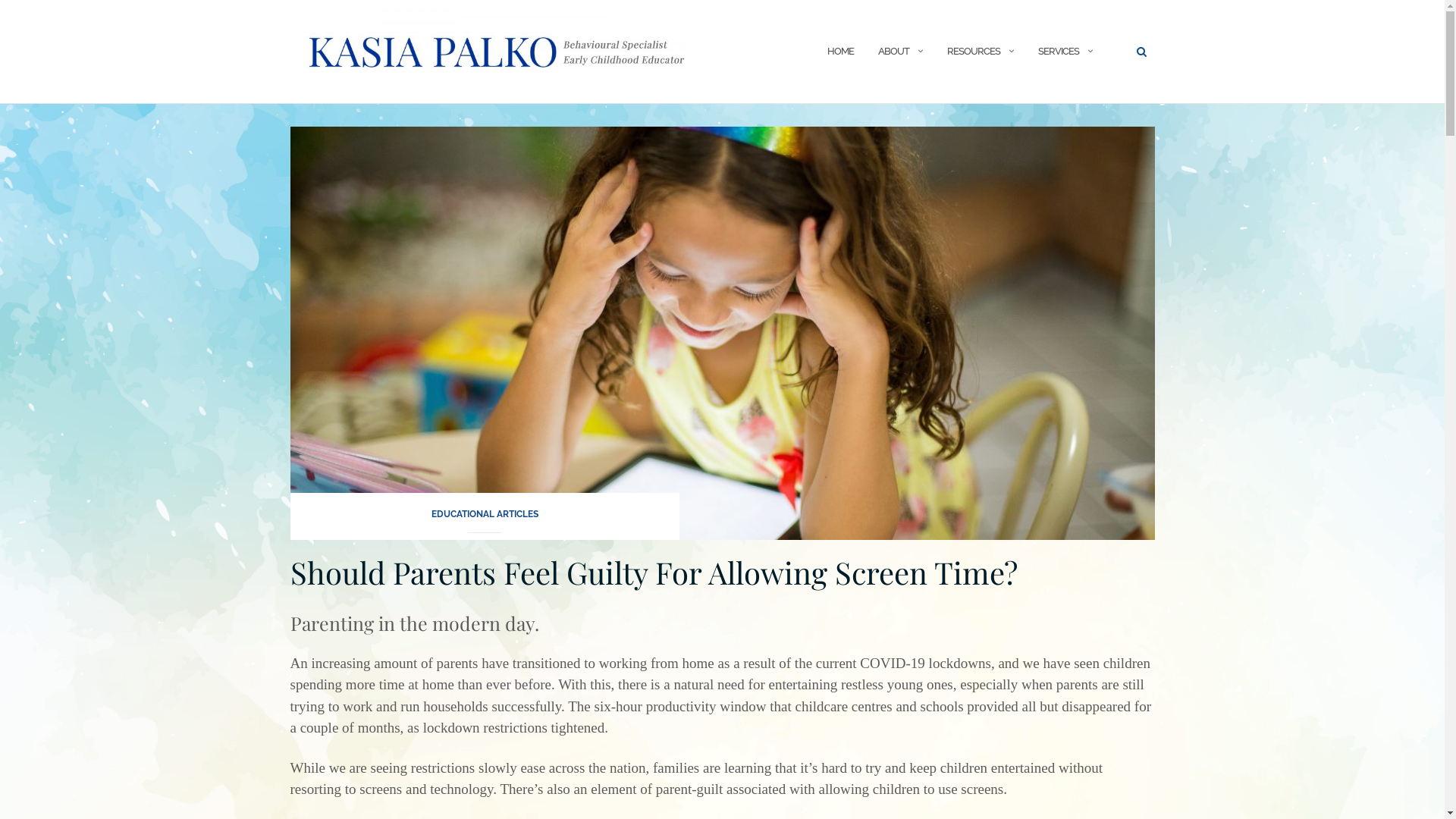  What do you see at coordinates (483, 518) in the screenshot?
I see `'EDUCATIONAL ARTICLES'` at bounding box center [483, 518].